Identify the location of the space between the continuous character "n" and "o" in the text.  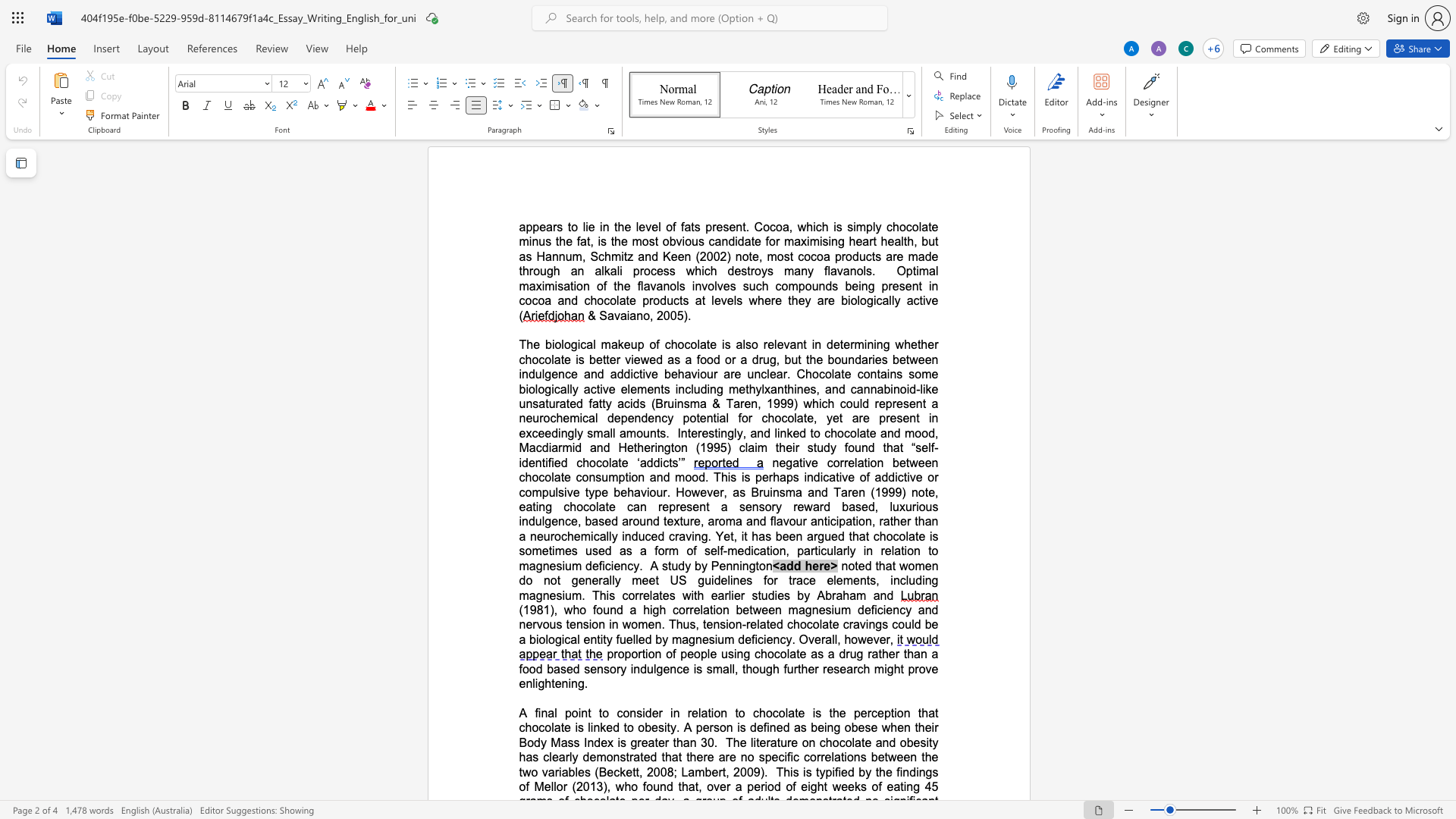
(643, 315).